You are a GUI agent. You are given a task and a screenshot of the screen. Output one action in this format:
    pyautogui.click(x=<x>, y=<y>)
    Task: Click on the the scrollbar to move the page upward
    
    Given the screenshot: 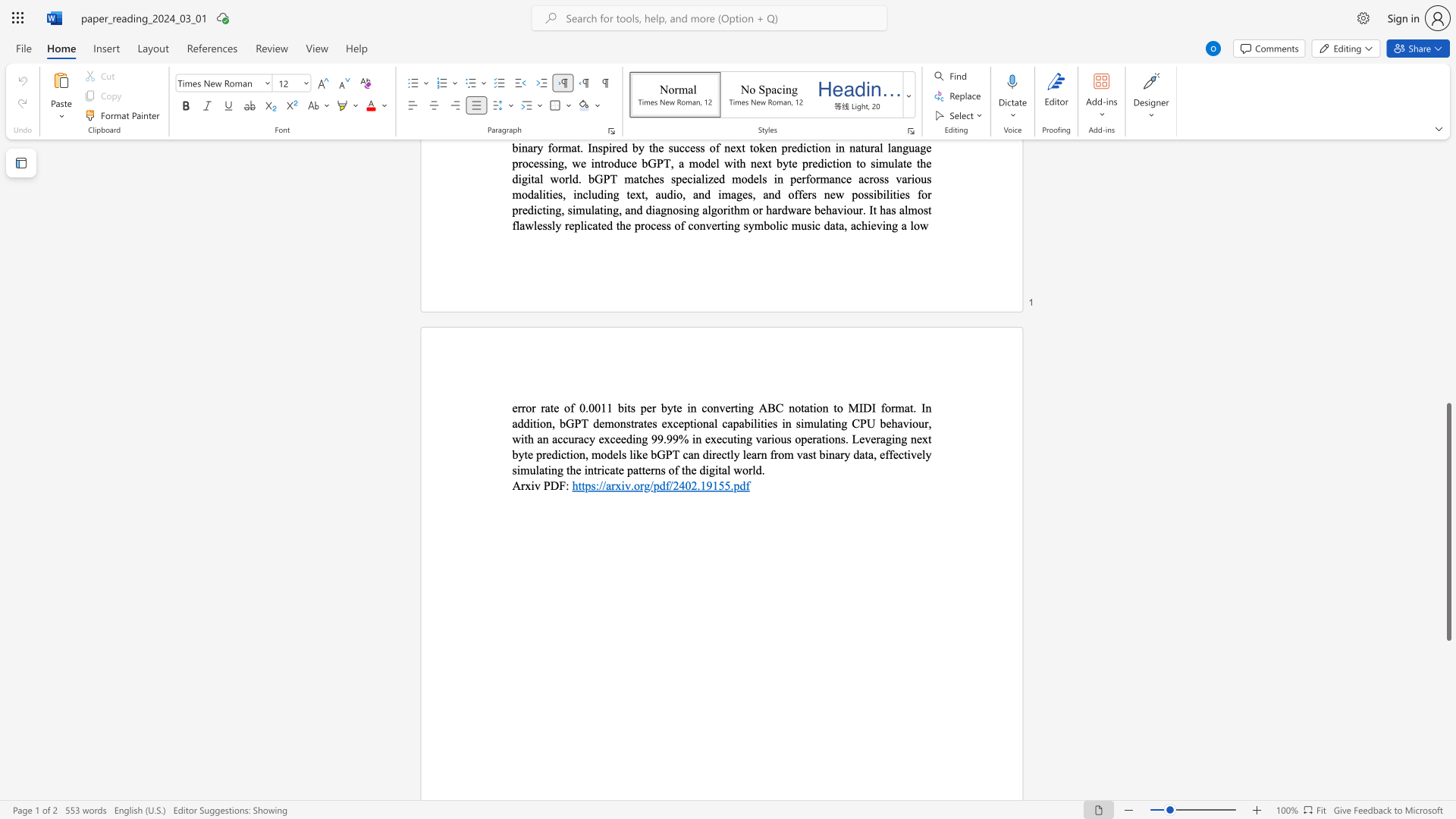 What is the action you would take?
    pyautogui.click(x=1448, y=378)
    